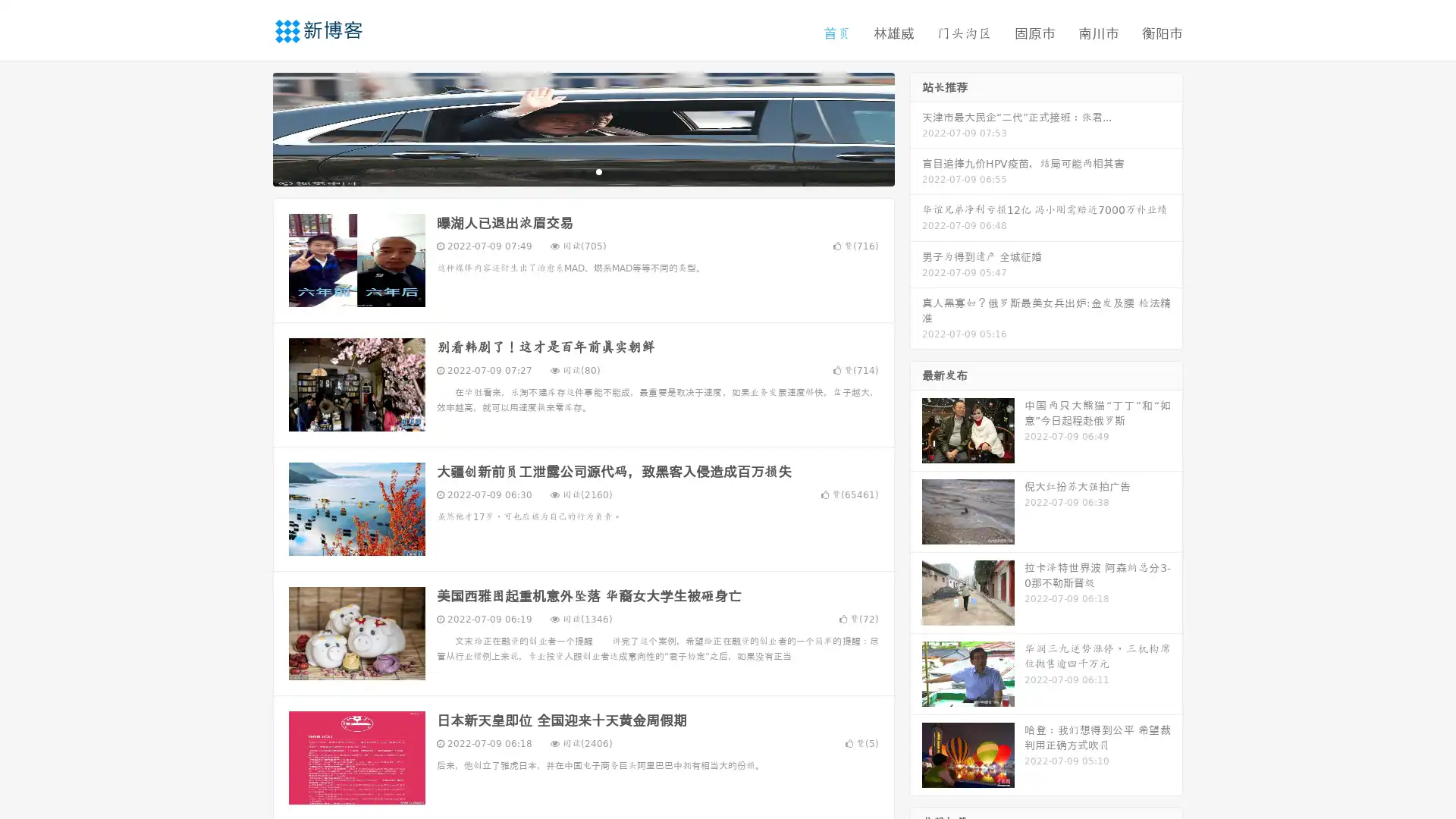 The image size is (1456, 819). I want to click on Go to slide 1, so click(567, 171).